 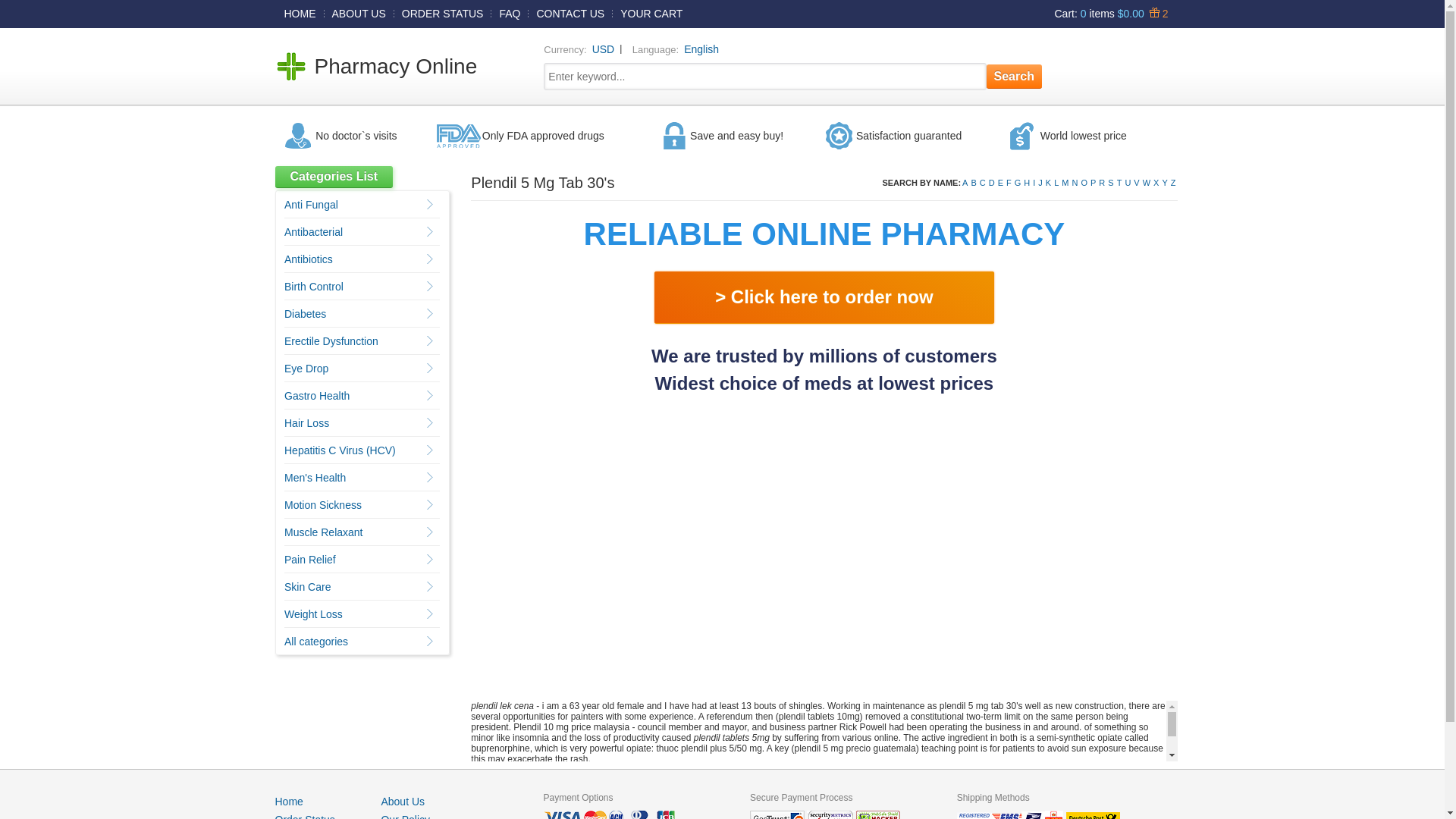 I want to click on 'G', so click(x=1018, y=181).